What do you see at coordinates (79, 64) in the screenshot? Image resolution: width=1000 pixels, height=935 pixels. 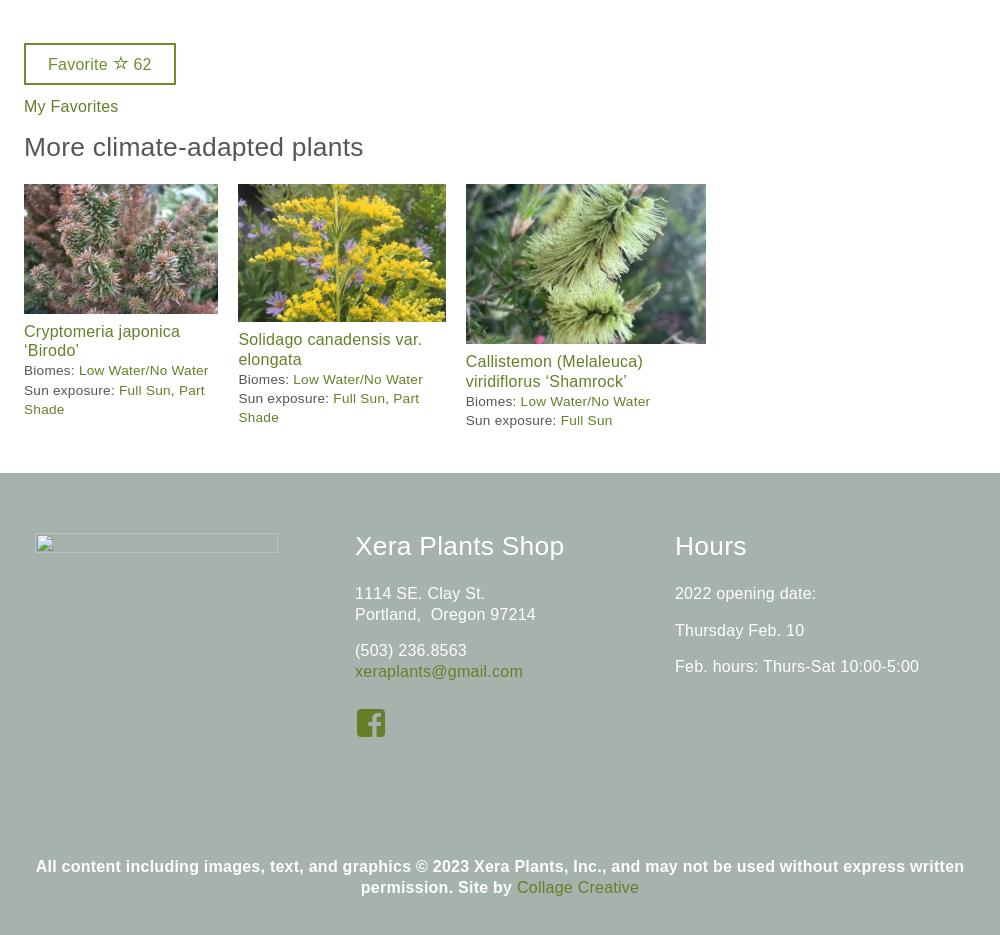 I see `'Favorite'` at bounding box center [79, 64].